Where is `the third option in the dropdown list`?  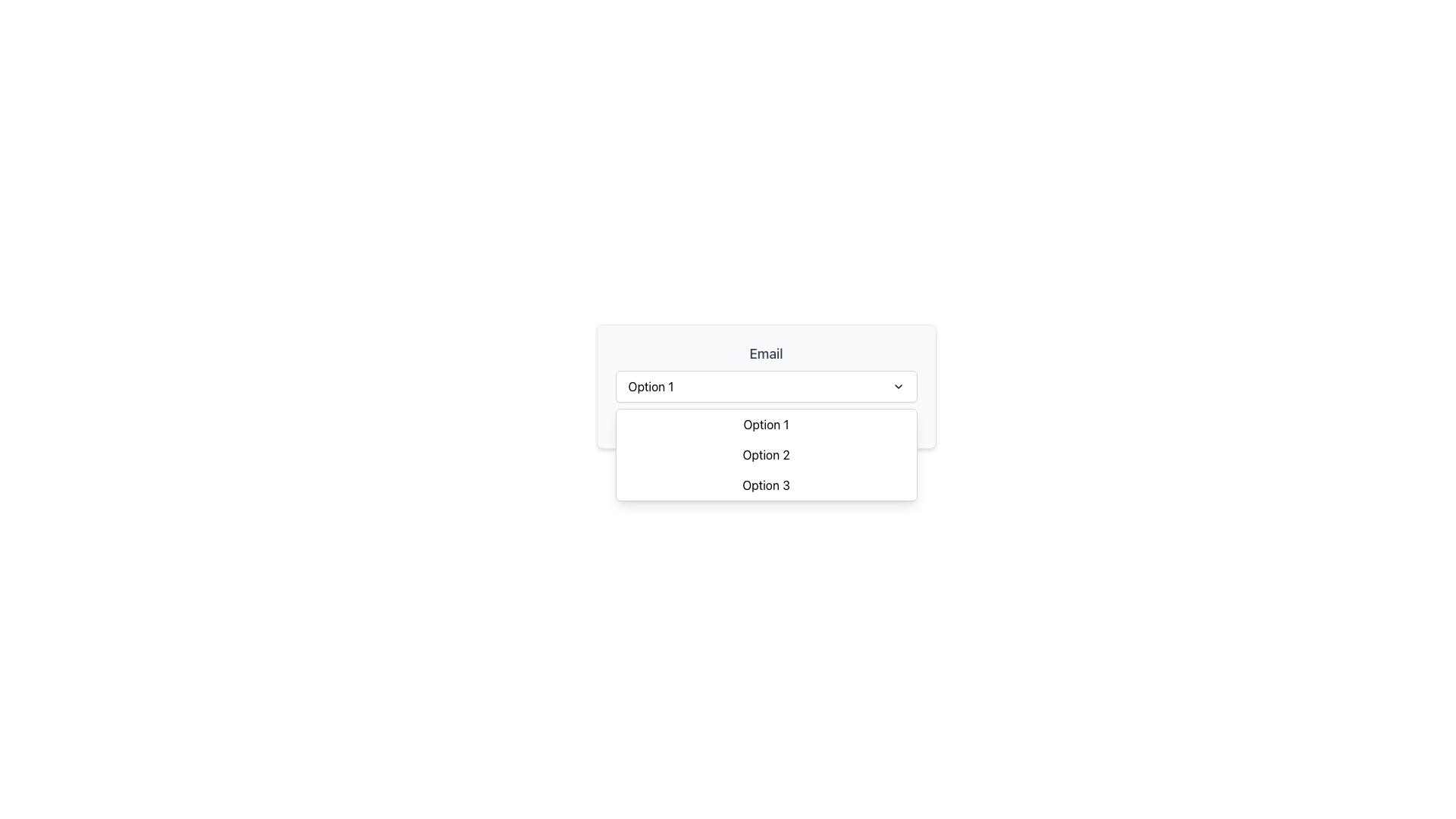
the third option in the dropdown list is located at coordinates (766, 485).